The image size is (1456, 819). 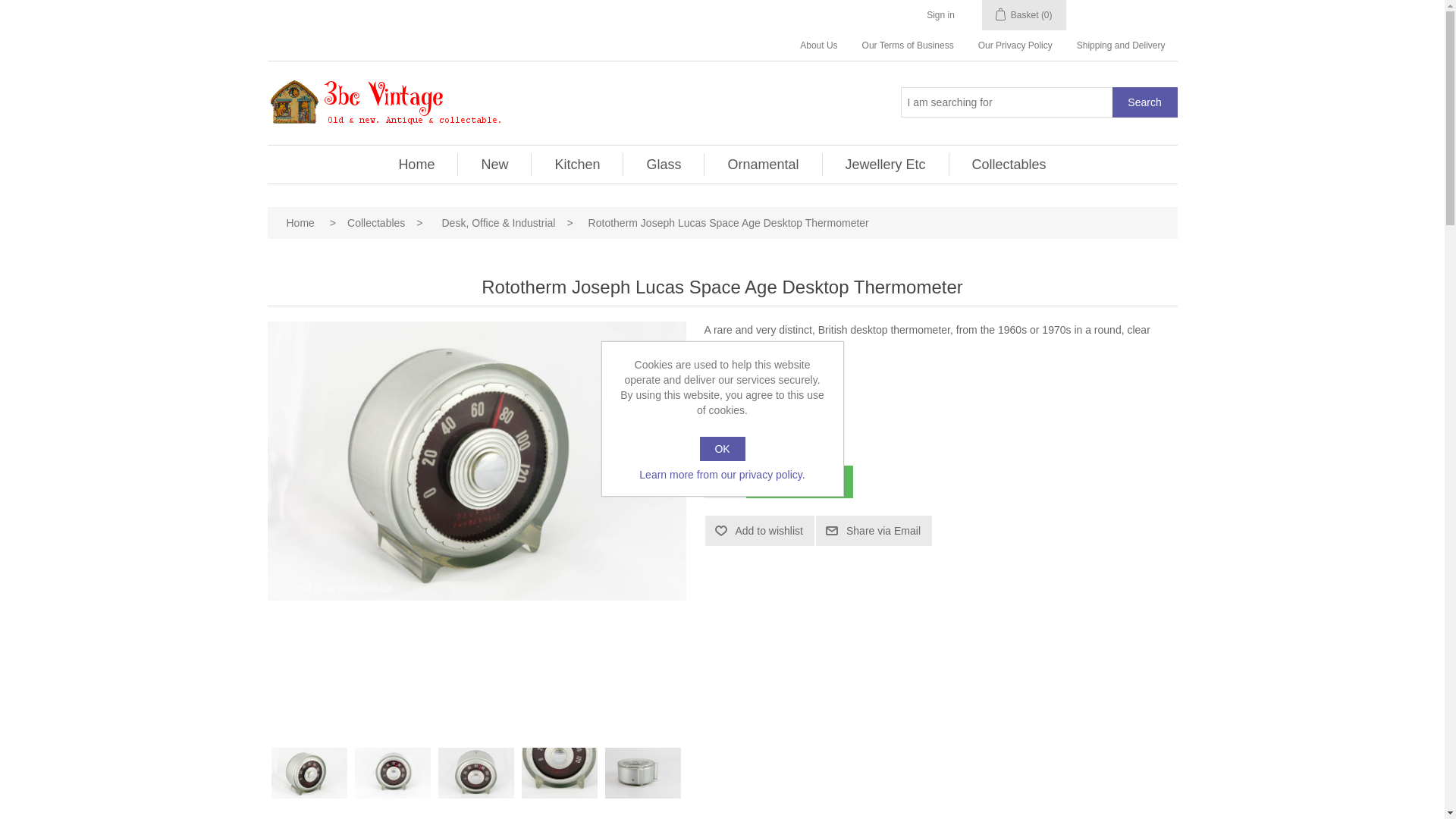 What do you see at coordinates (1144, 102) in the screenshot?
I see `'Search'` at bounding box center [1144, 102].